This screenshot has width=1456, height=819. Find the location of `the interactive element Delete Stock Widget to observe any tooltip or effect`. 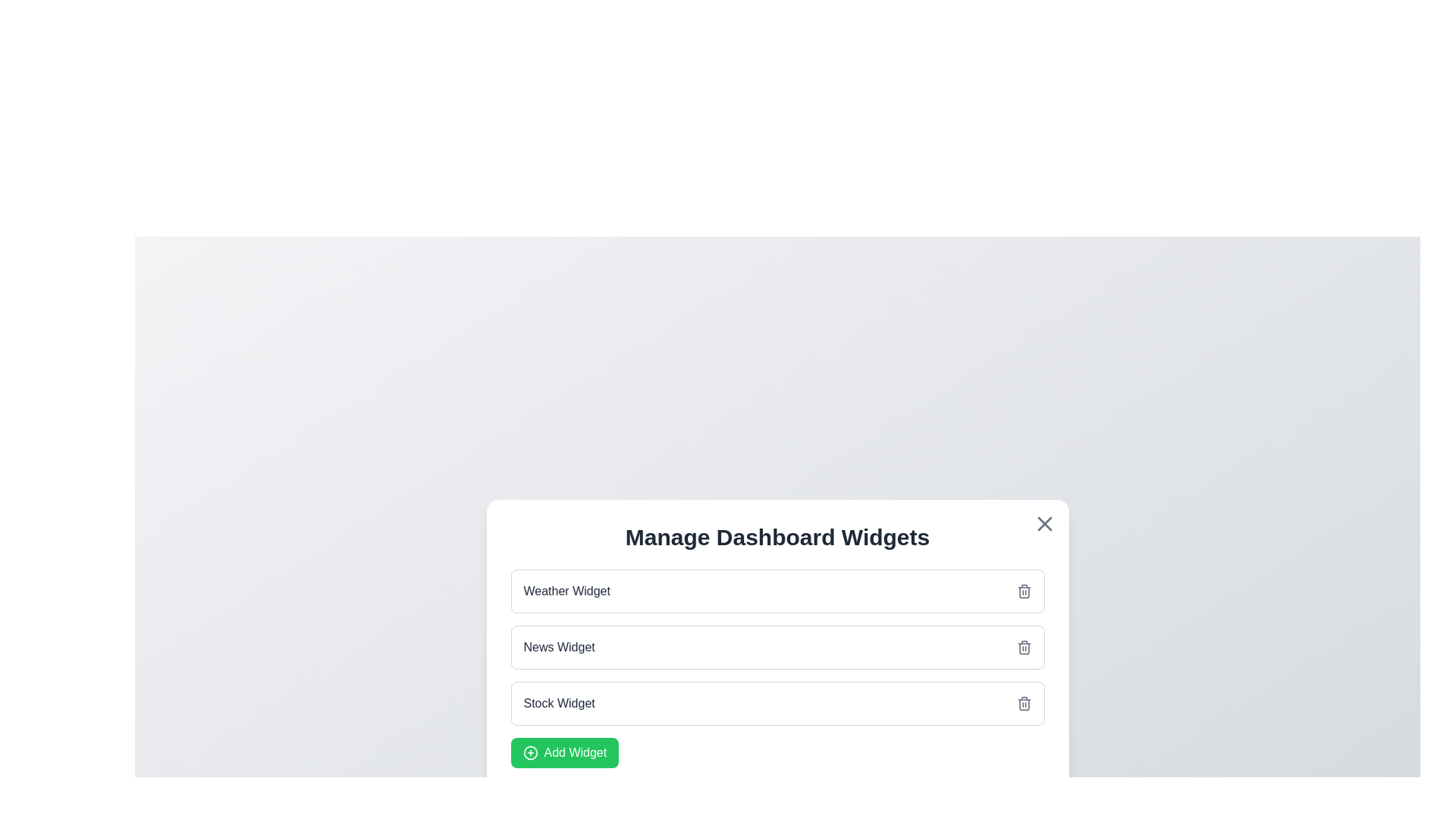

the interactive element Delete Stock Widget to observe any tooltip or effect is located at coordinates (1024, 704).